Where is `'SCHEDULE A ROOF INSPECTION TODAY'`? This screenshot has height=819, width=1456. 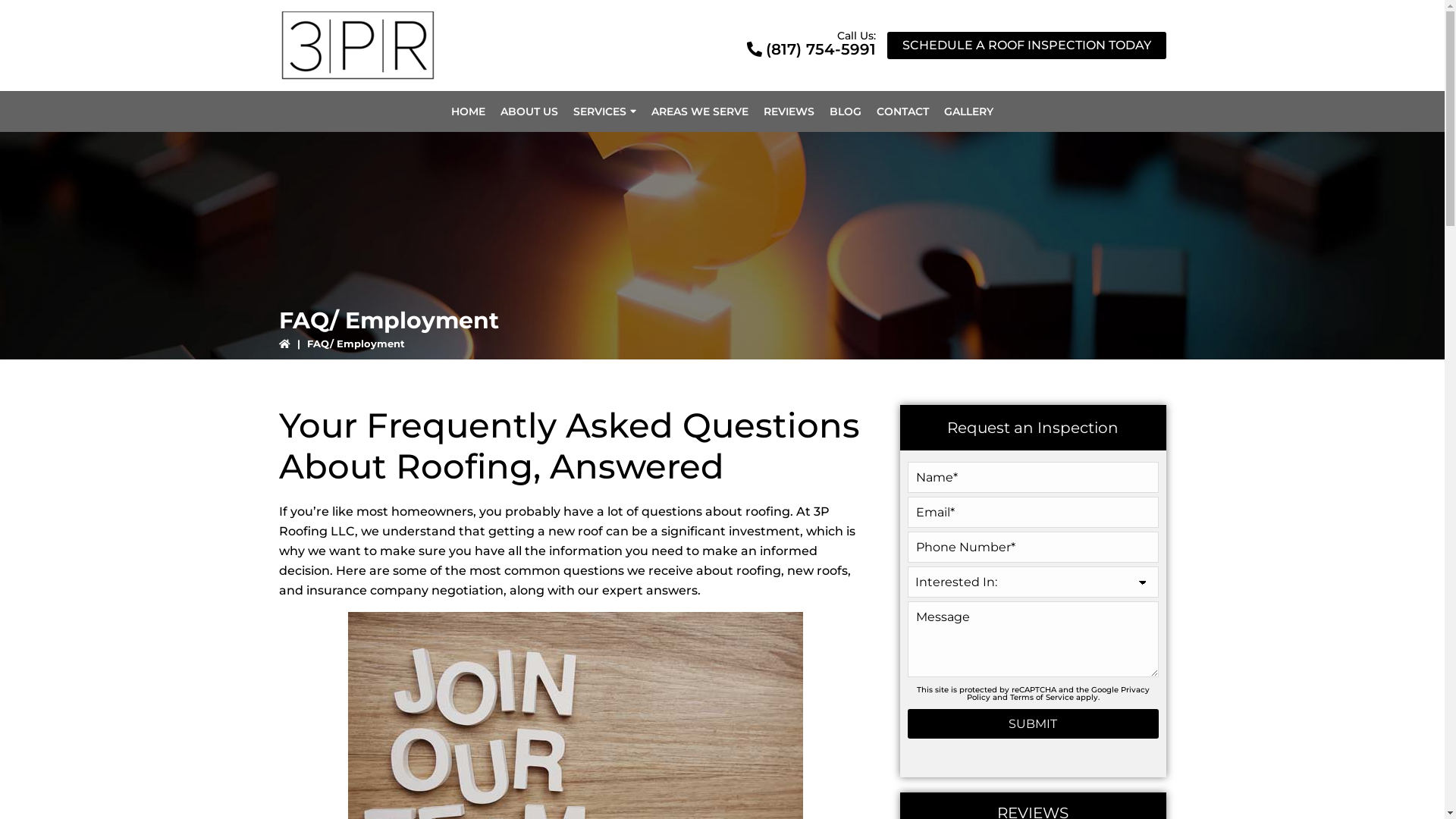 'SCHEDULE A ROOF INSPECTION TODAY' is located at coordinates (1026, 45).